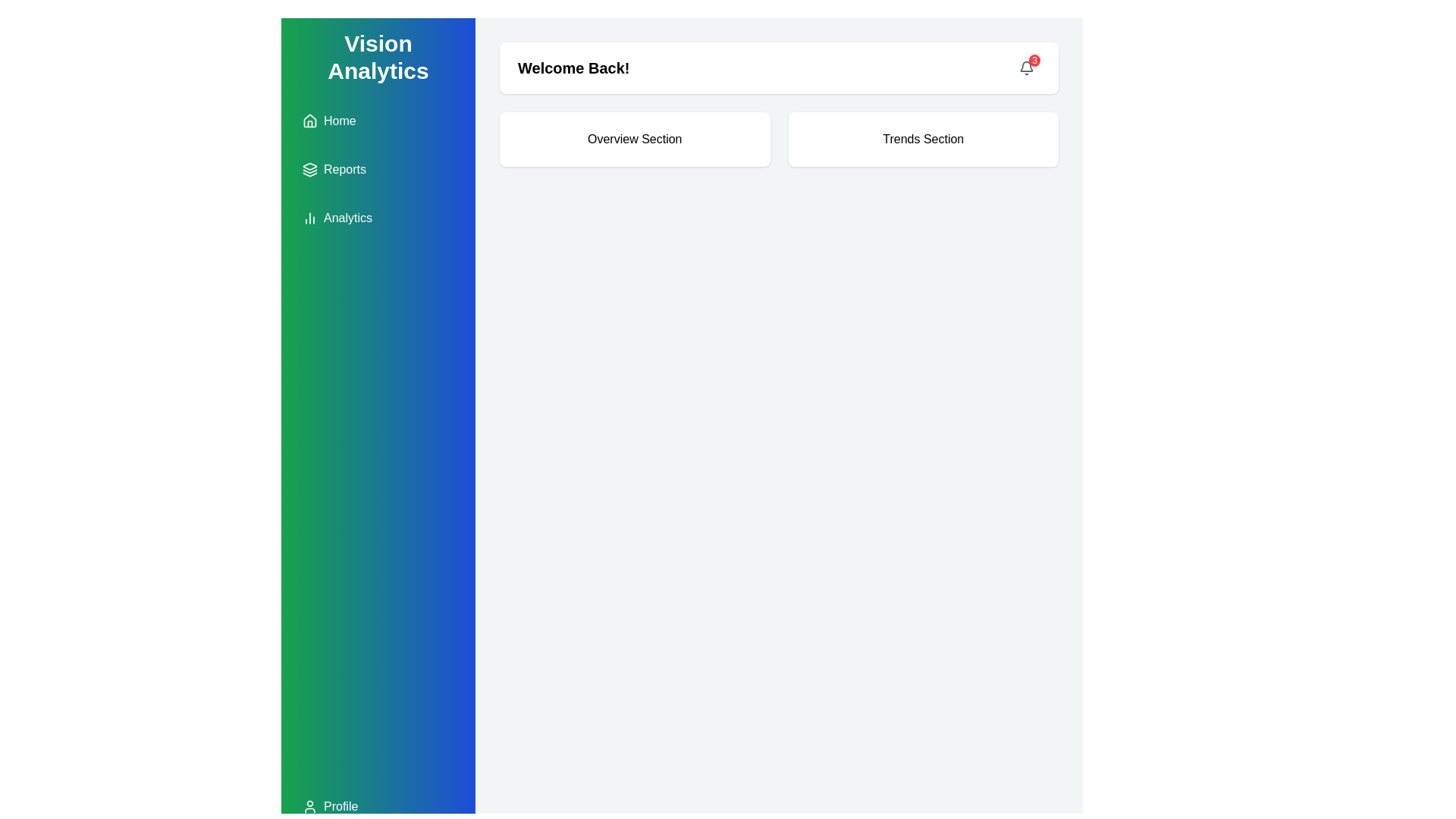 The height and width of the screenshot is (819, 1456). Describe the element at coordinates (309, 171) in the screenshot. I see `the second curved triangular shape in the vertically stacked arrangement of three shapes within the Reports label on the left-side navigation bar` at that location.